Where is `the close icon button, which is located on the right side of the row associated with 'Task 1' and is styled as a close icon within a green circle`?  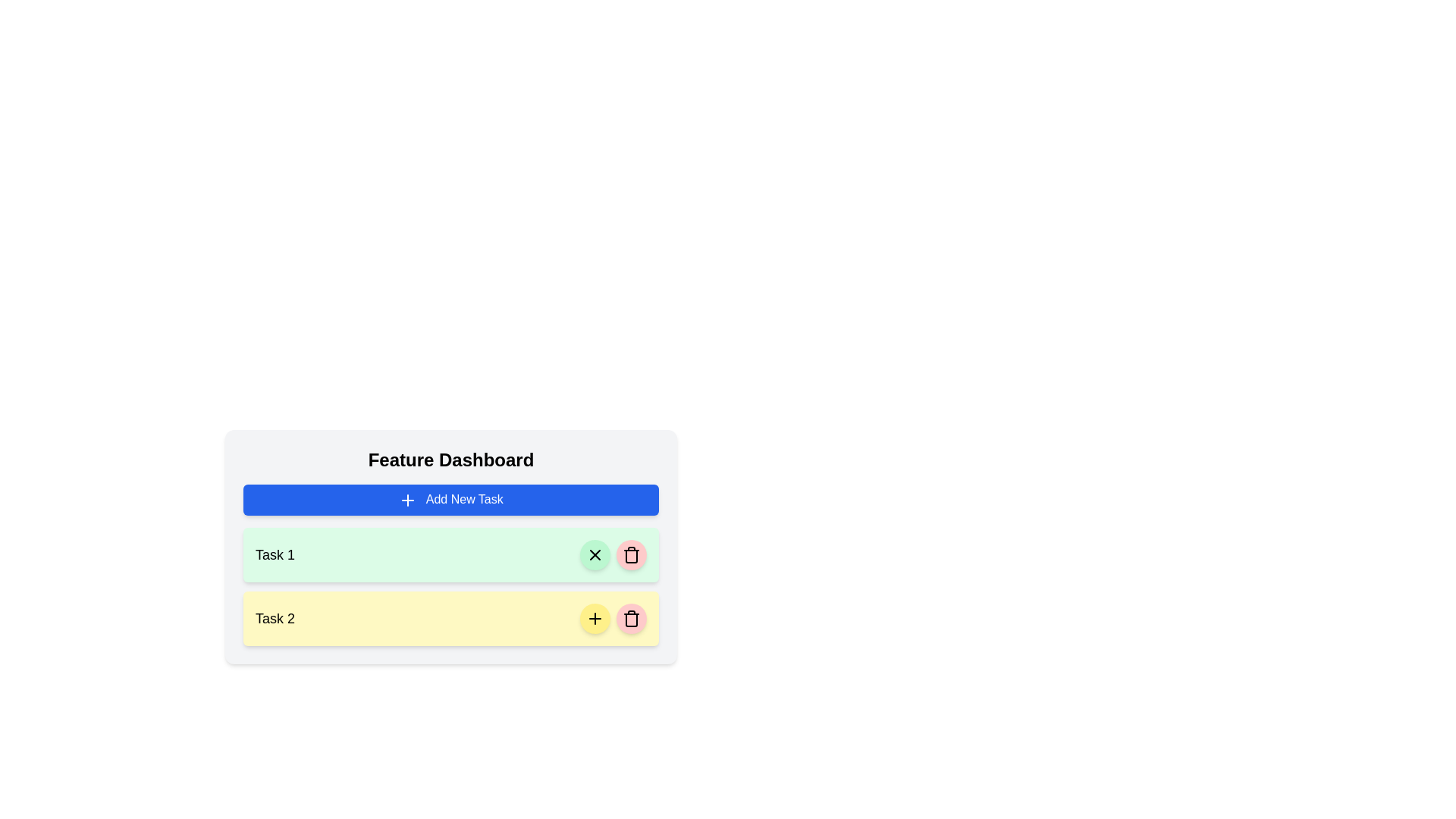
the close icon button, which is located on the right side of the row associated with 'Task 1' and is styled as a close icon within a green circle is located at coordinates (595, 554).